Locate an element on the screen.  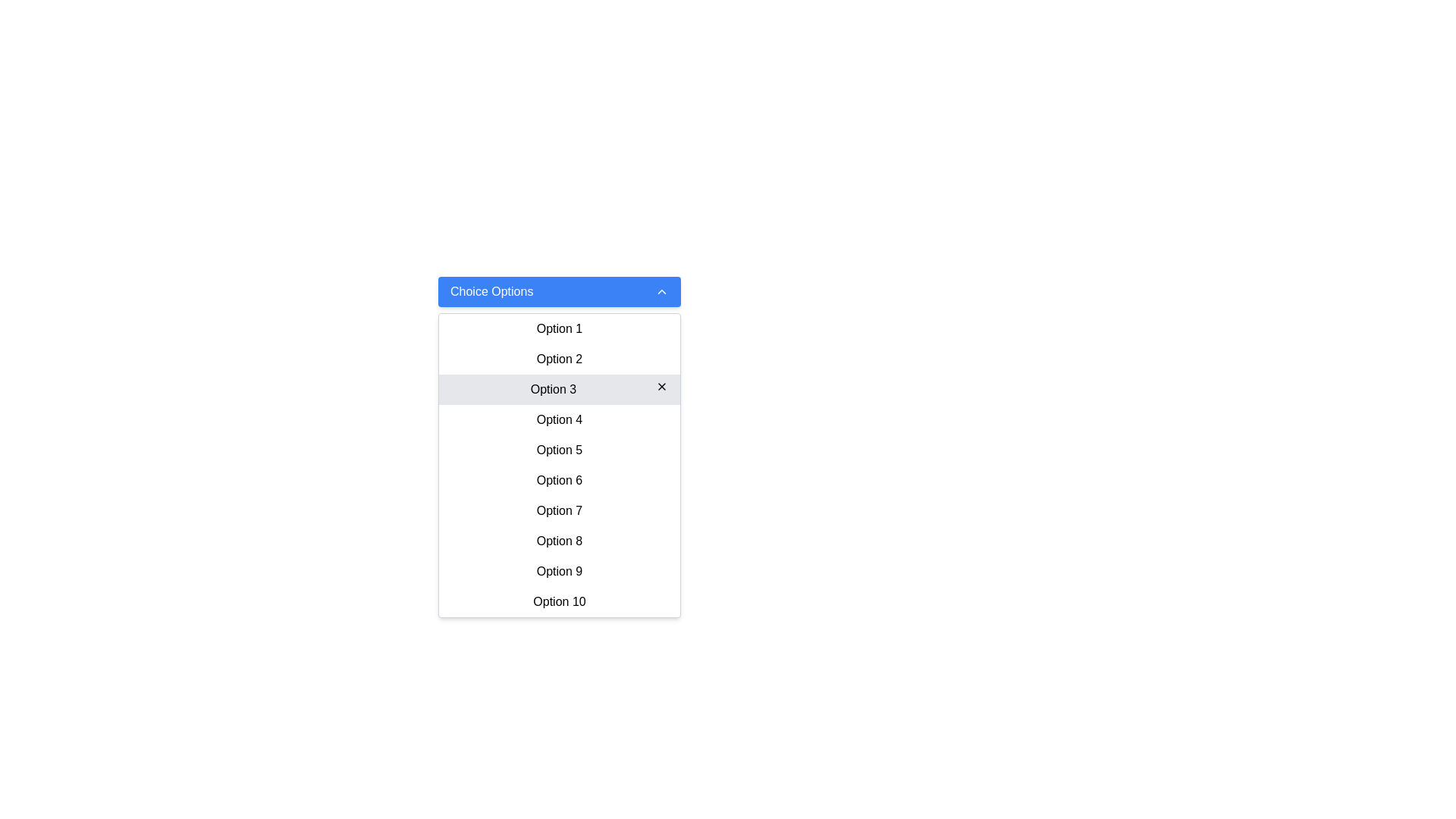
keyboard navigation is located at coordinates (559, 571).